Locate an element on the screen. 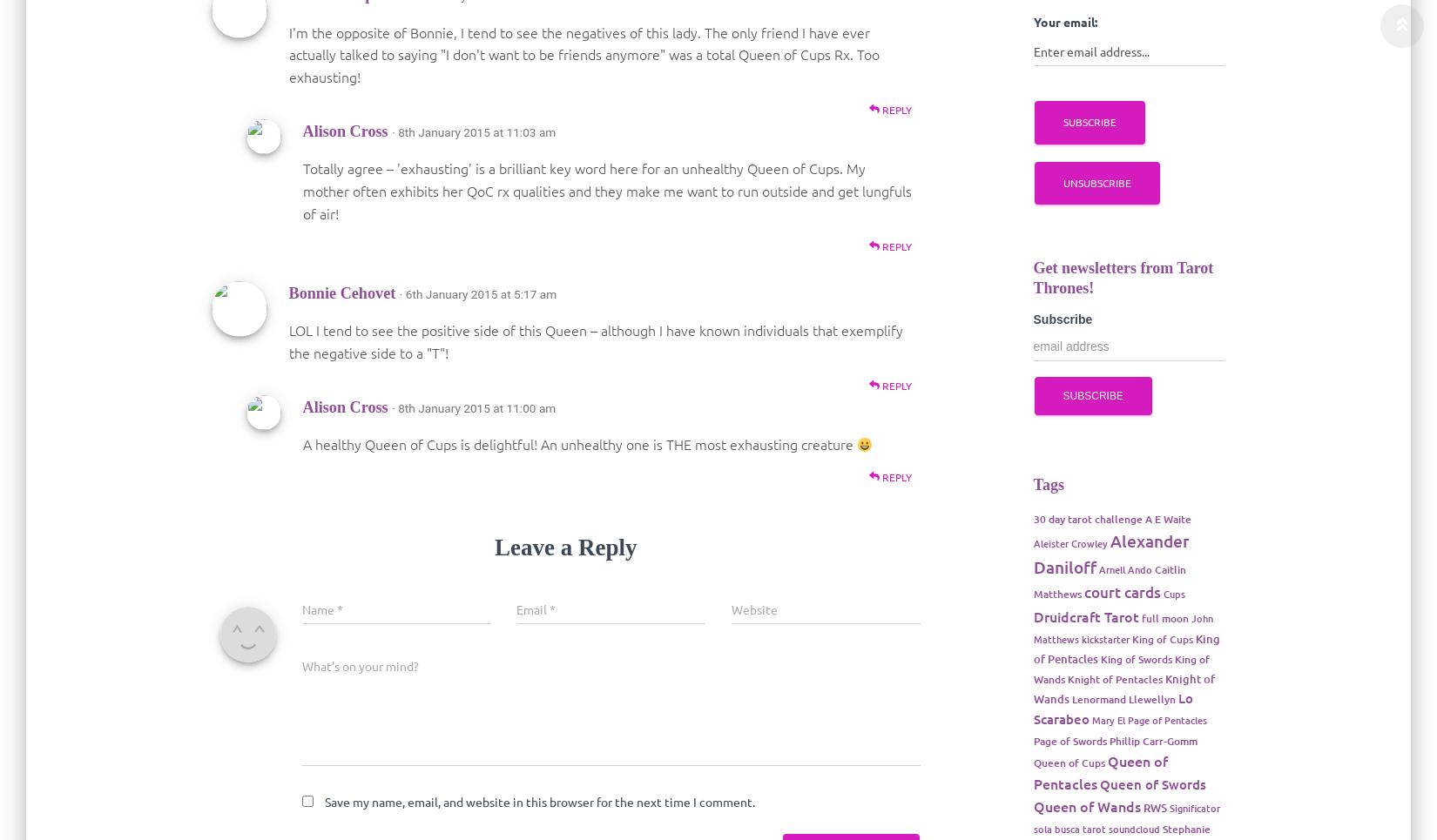 The width and height of the screenshot is (1437, 840). 'Queen of Swords' is located at coordinates (1150, 782).